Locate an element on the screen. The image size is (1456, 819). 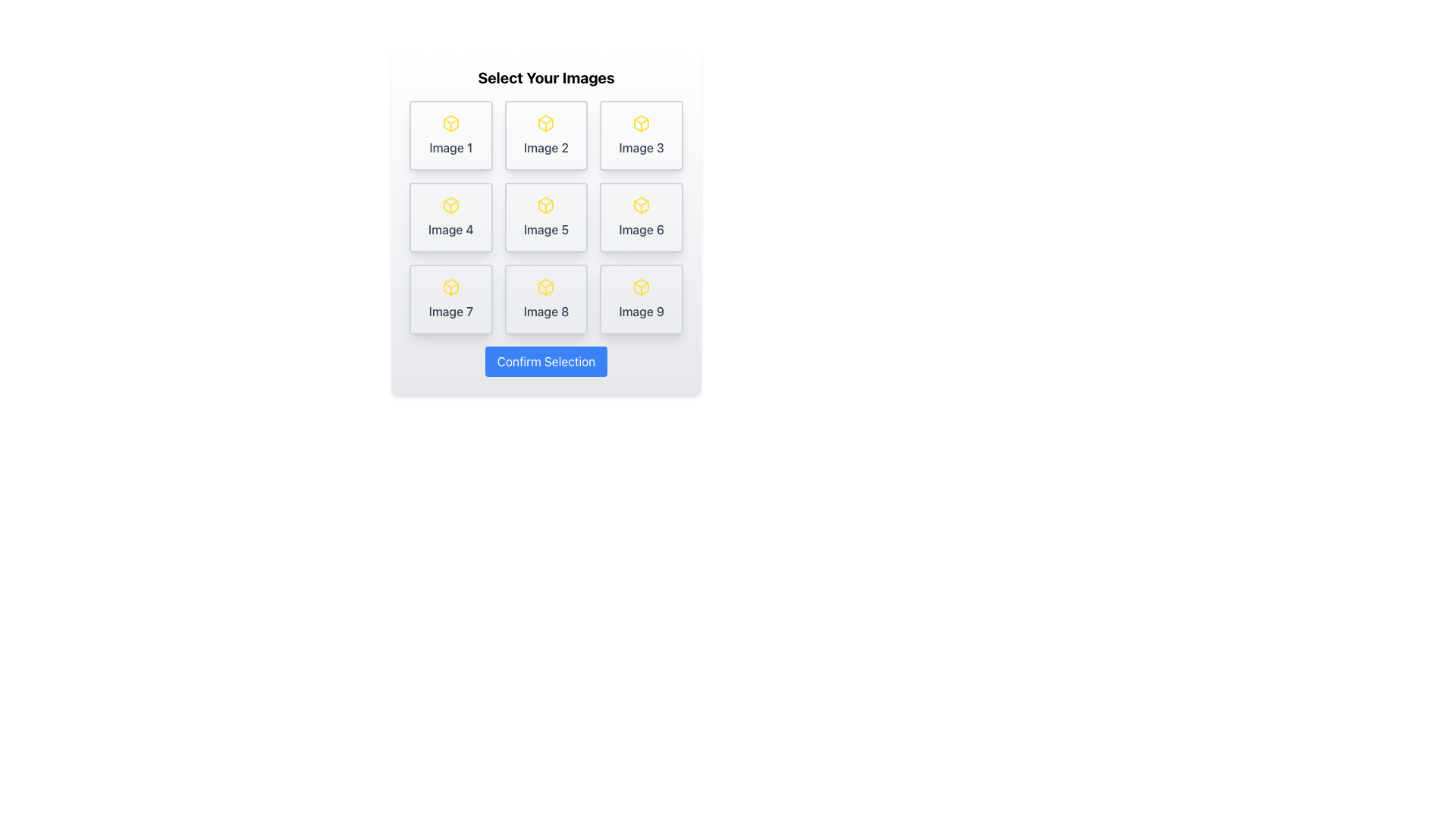
the decorative UI component located in the middle-right section of the grid layout, which is the second visual feature of the sixth icon in a 3x3 grid of icons representing images is located at coordinates (642, 202).